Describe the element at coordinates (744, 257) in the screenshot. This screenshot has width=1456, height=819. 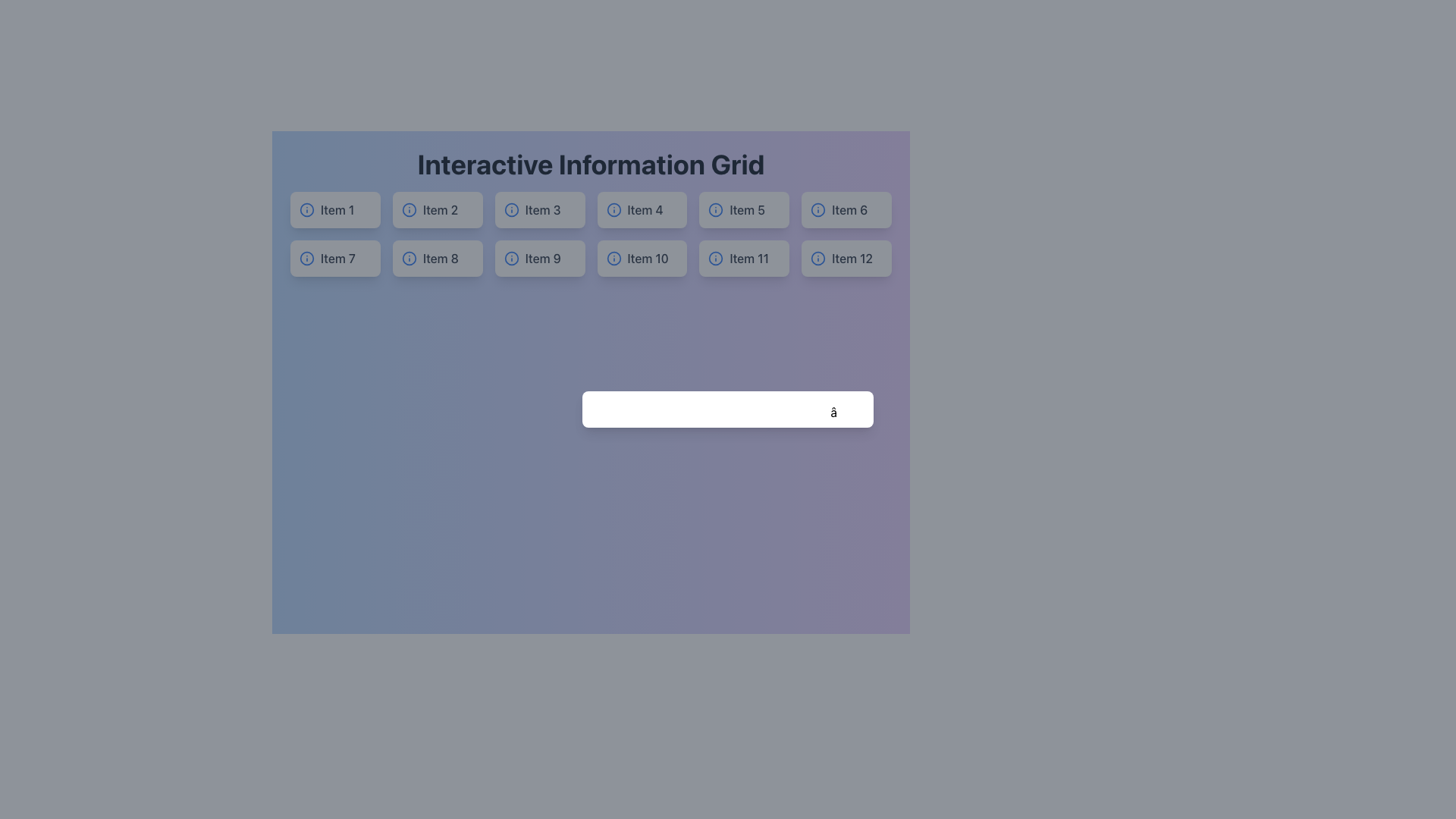
I see `the Label with Icon that features a circular blue 'i' symbol and the text 'Item 11' in medium gray, located in the second row of a grid, second from the left` at that location.